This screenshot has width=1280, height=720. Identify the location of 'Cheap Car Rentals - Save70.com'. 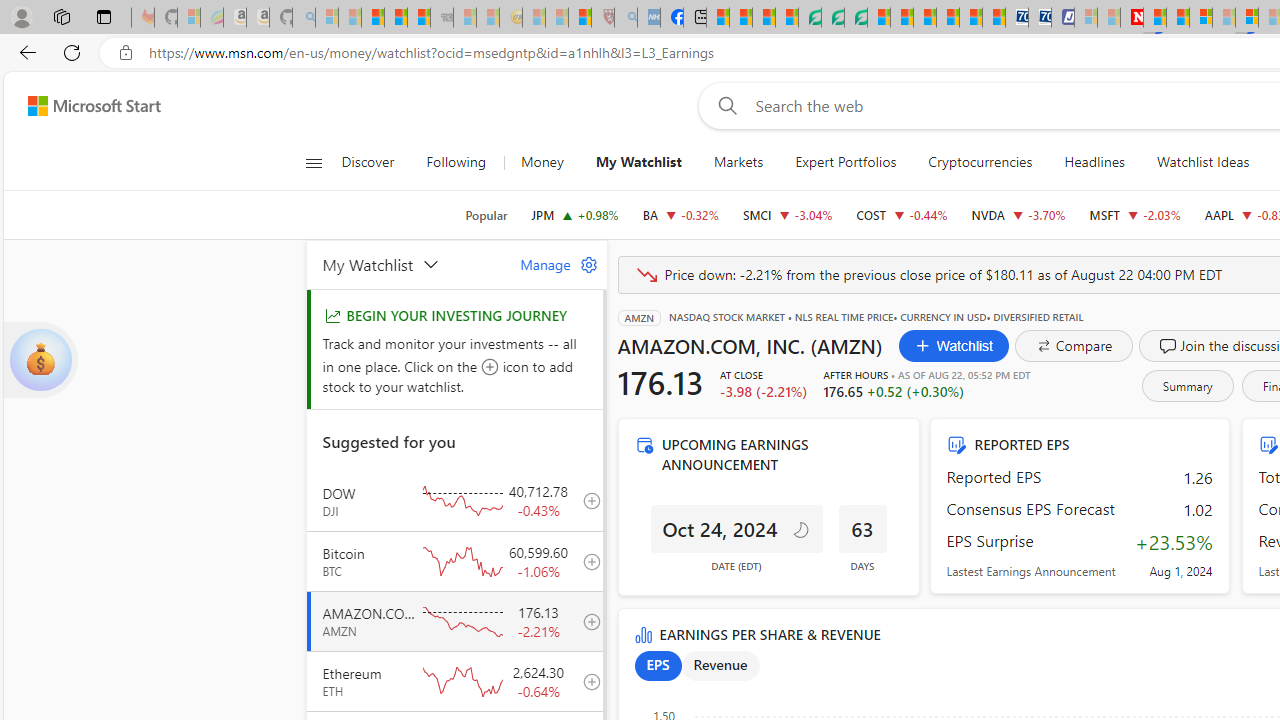
(1016, 17).